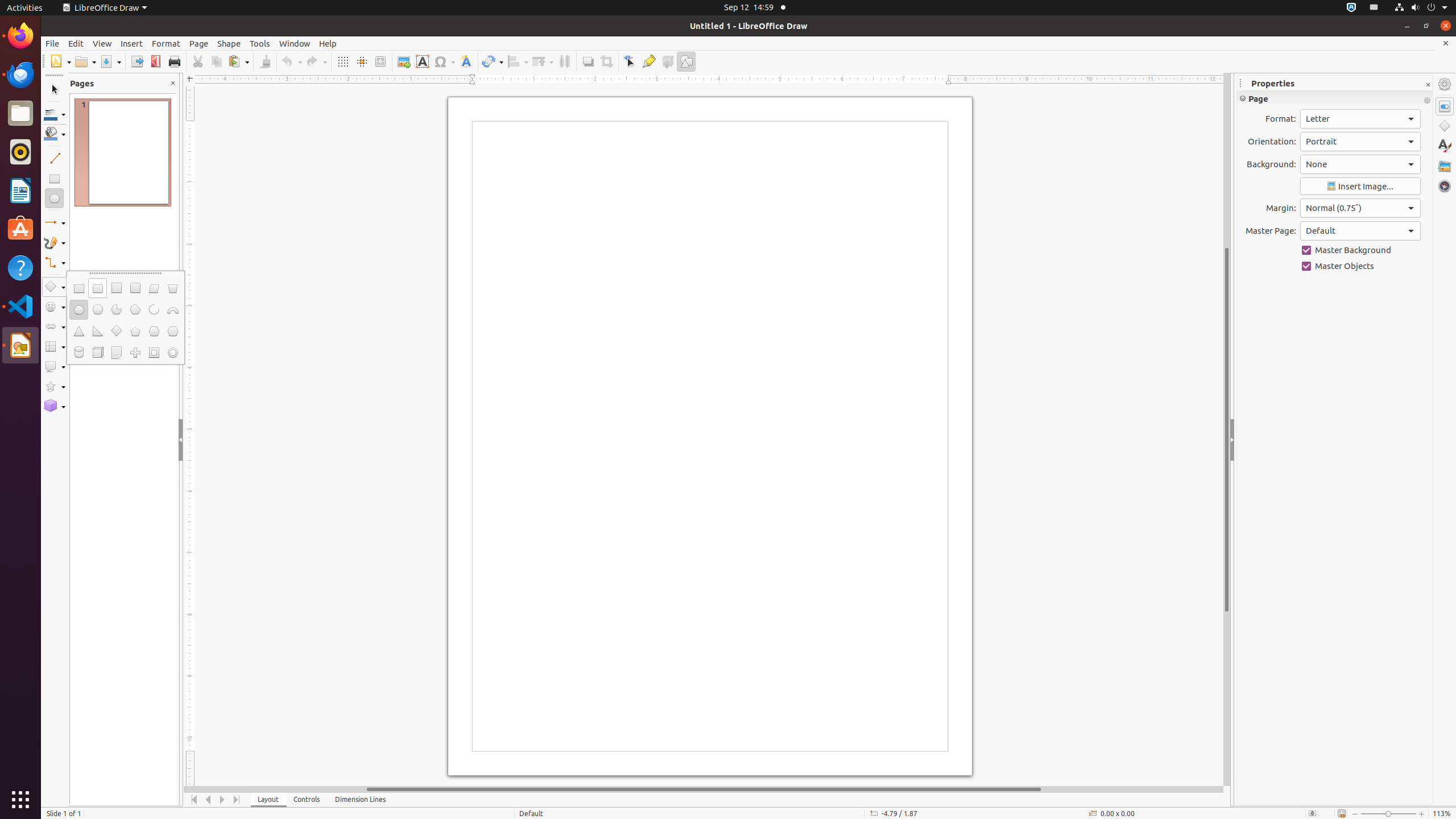 This screenshot has height=819, width=1456. What do you see at coordinates (155, 61) in the screenshot?
I see `'PDF'` at bounding box center [155, 61].